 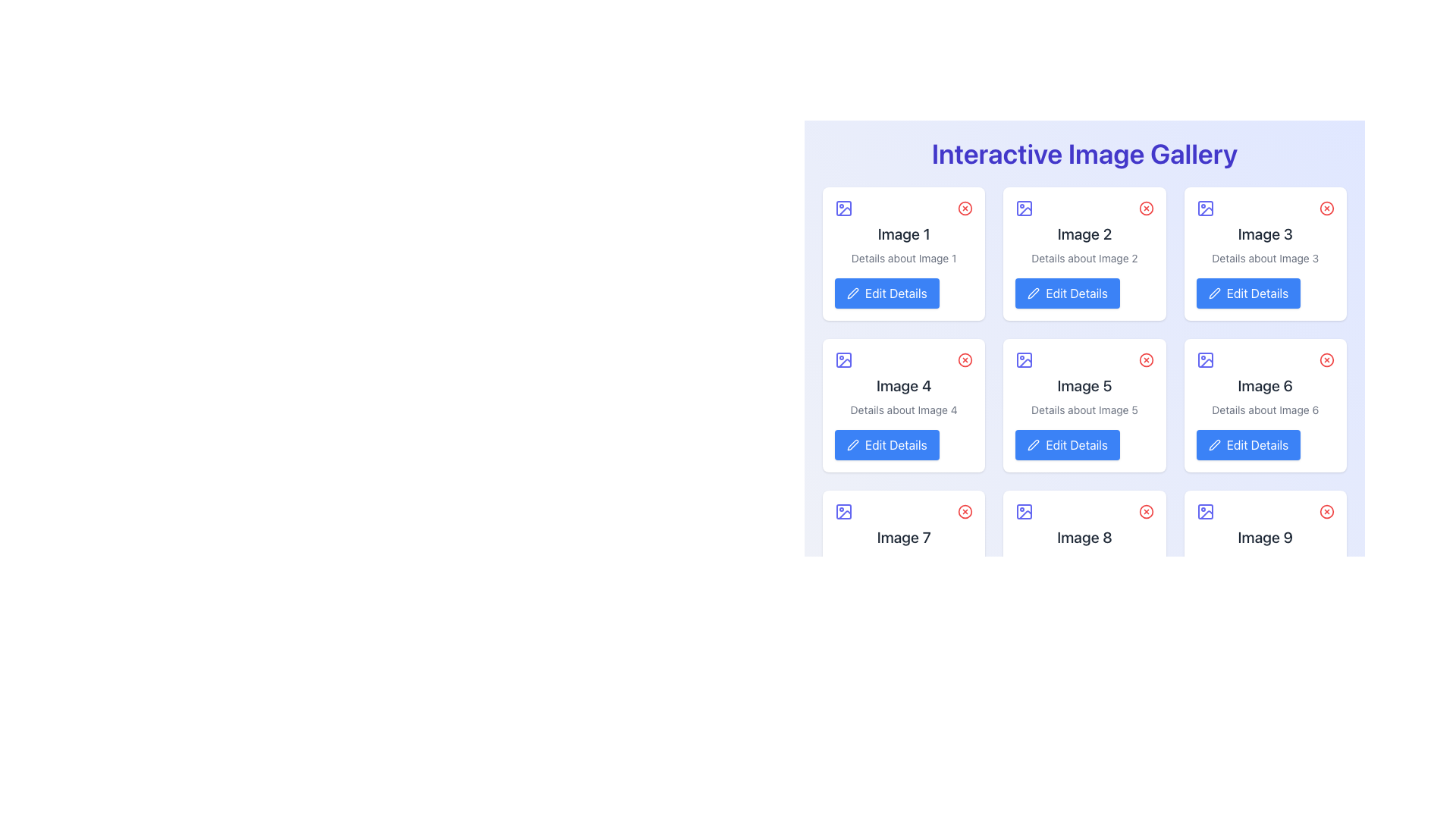 I want to click on the static text element that provides descriptive information related to 'Image 5', located in the middle column of the second row of the grid layout, above the 'Edit Details' button, so click(x=1084, y=409).